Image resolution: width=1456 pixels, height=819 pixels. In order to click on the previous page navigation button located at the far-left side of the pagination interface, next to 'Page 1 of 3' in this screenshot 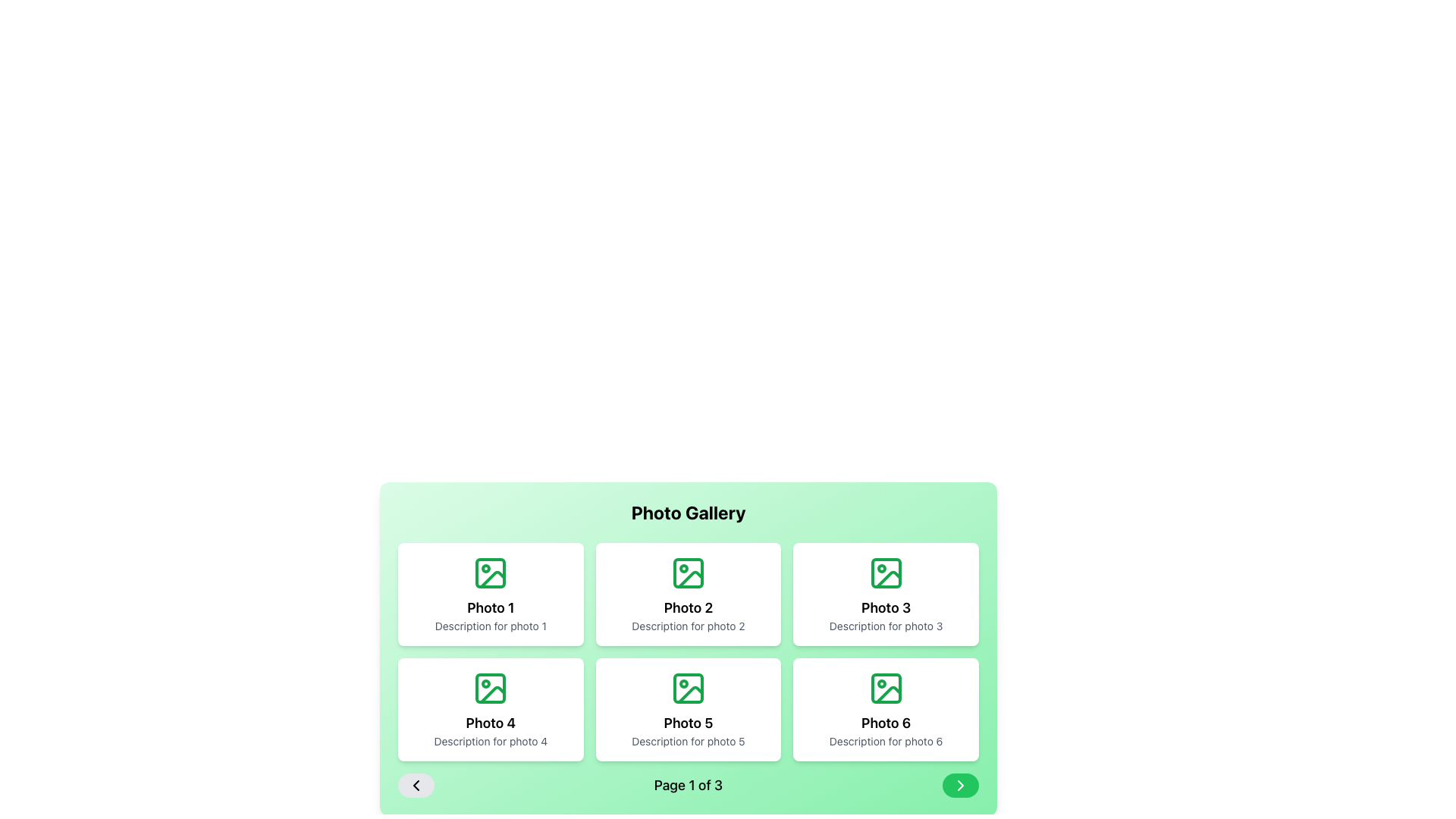, I will do `click(416, 785)`.